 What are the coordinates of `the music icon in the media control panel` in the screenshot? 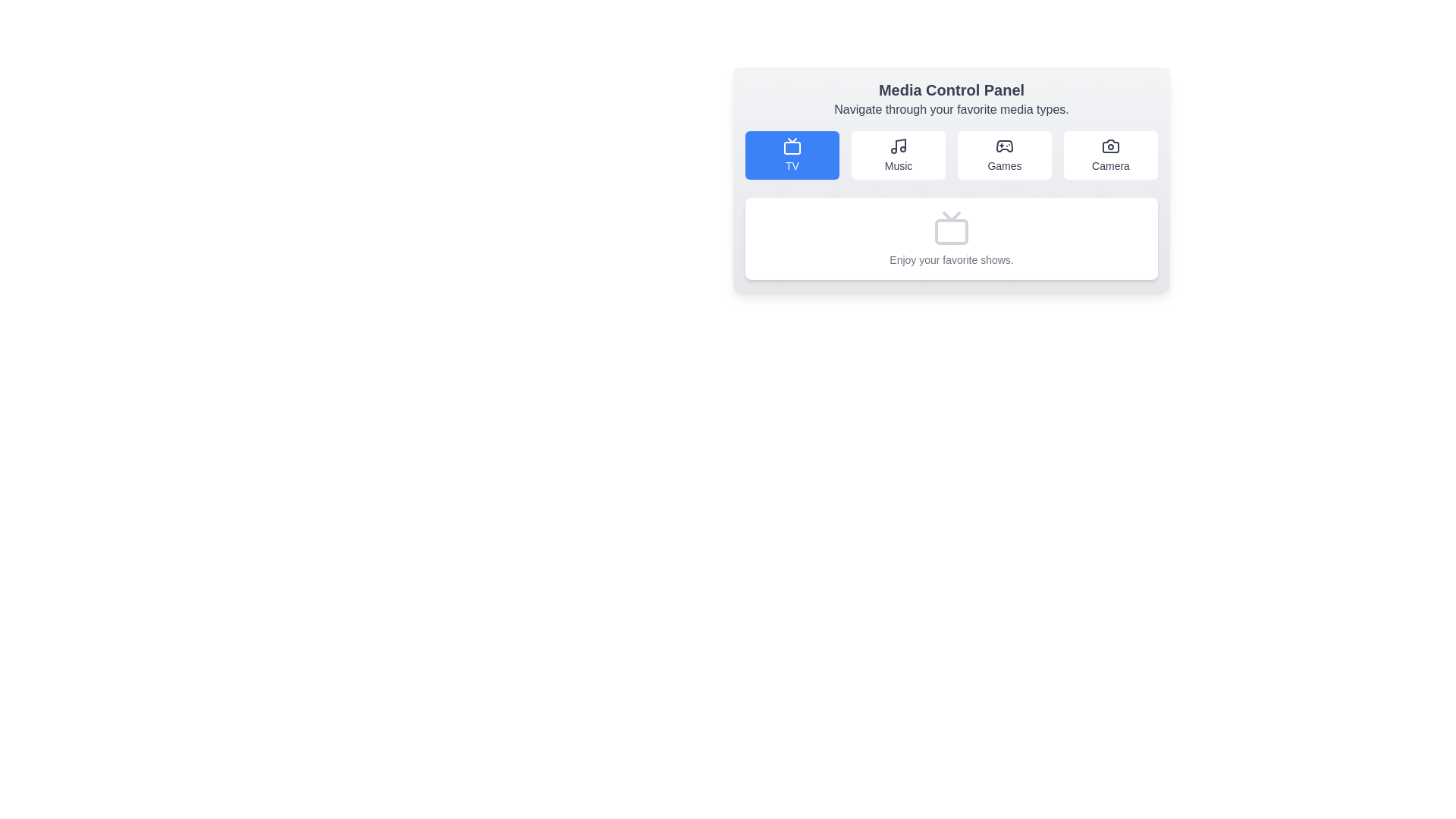 It's located at (899, 146).